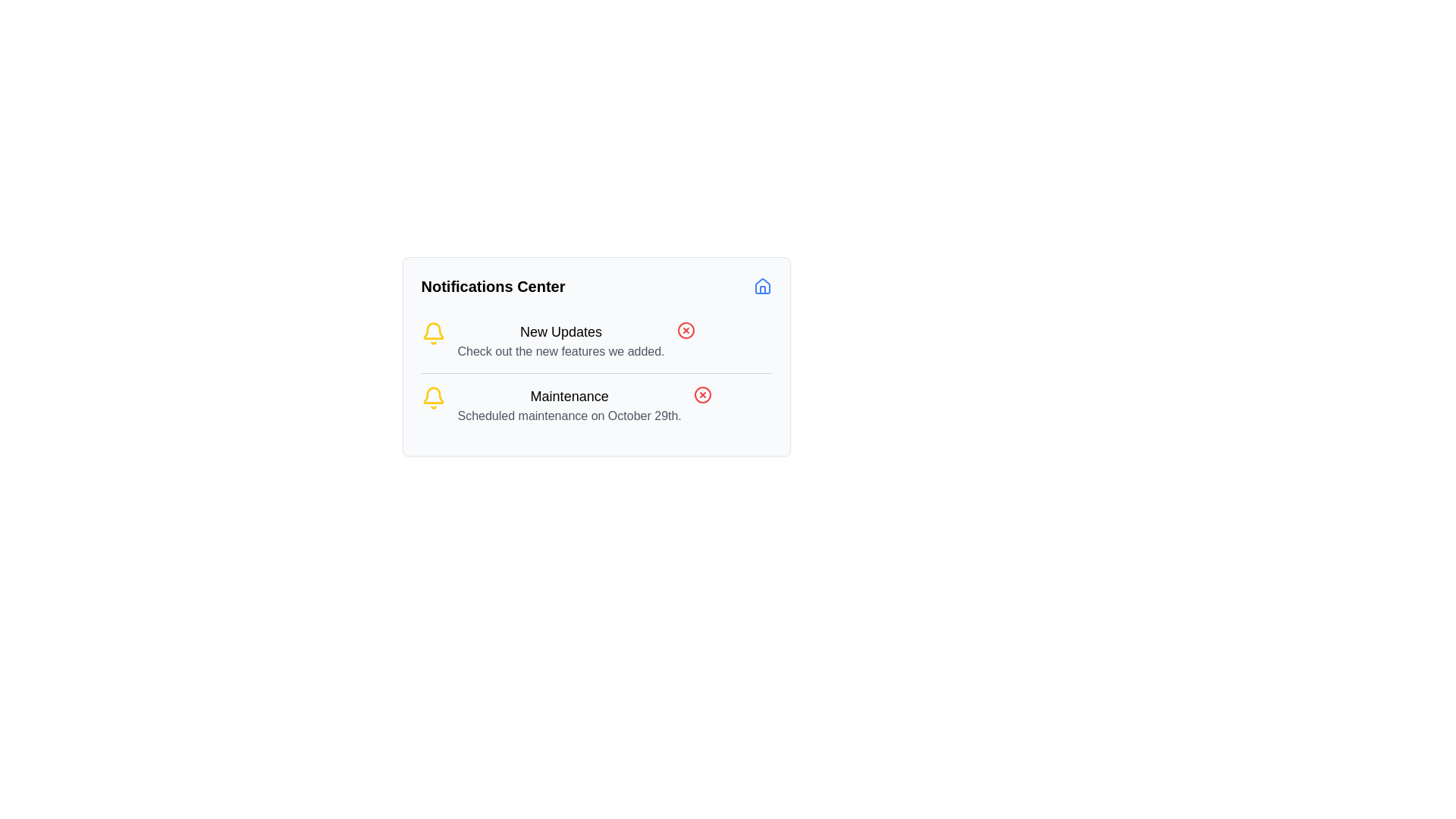 The width and height of the screenshot is (1456, 819). What do you see at coordinates (432, 332) in the screenshot?
I see `the bell icon that represents notifications or updates, located at the beginning of the 'New Updates' section within the notification card` at bounding box center [432, 332].